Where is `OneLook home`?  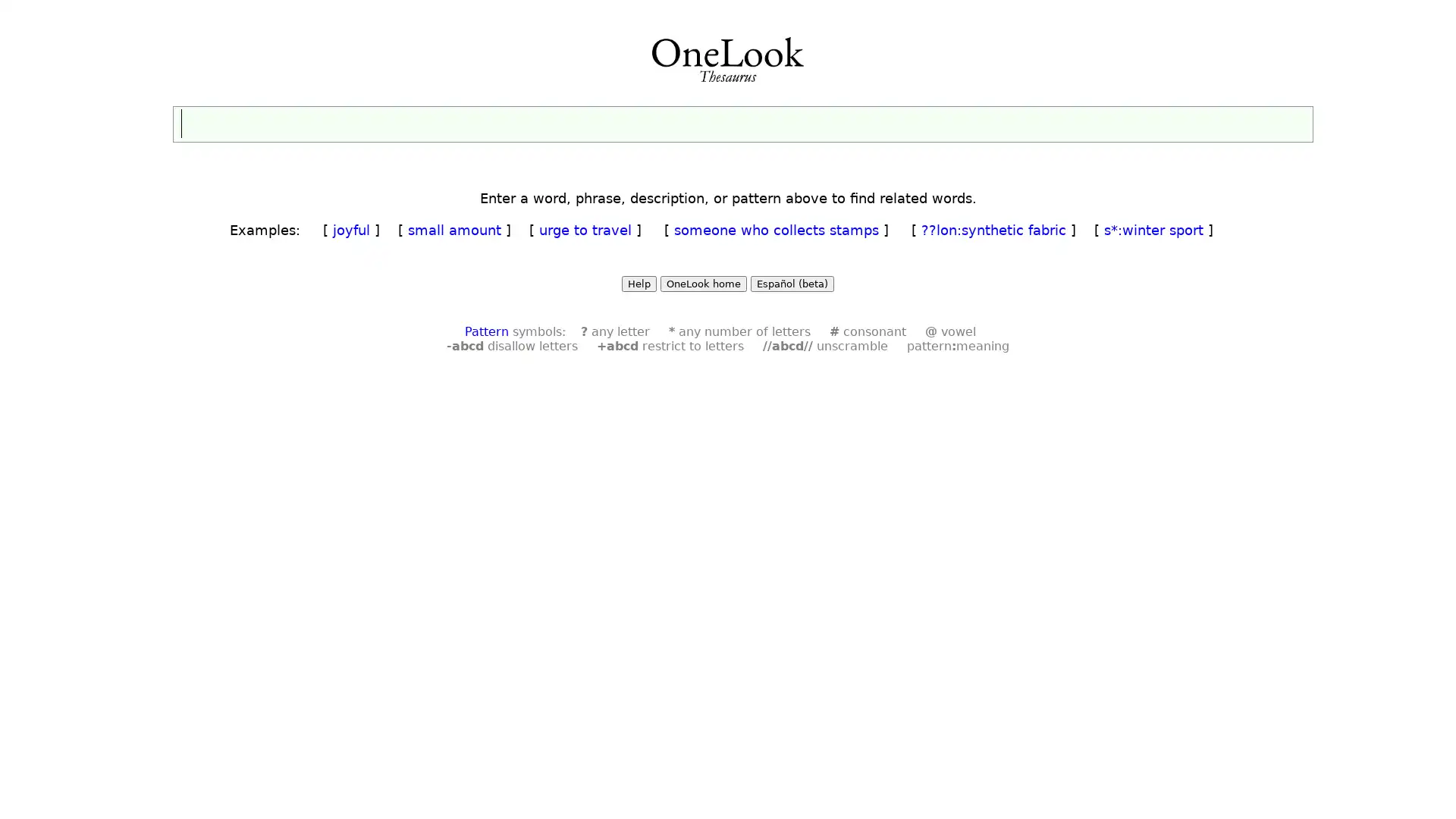
OneLook home is located at coordinates (702, 284).